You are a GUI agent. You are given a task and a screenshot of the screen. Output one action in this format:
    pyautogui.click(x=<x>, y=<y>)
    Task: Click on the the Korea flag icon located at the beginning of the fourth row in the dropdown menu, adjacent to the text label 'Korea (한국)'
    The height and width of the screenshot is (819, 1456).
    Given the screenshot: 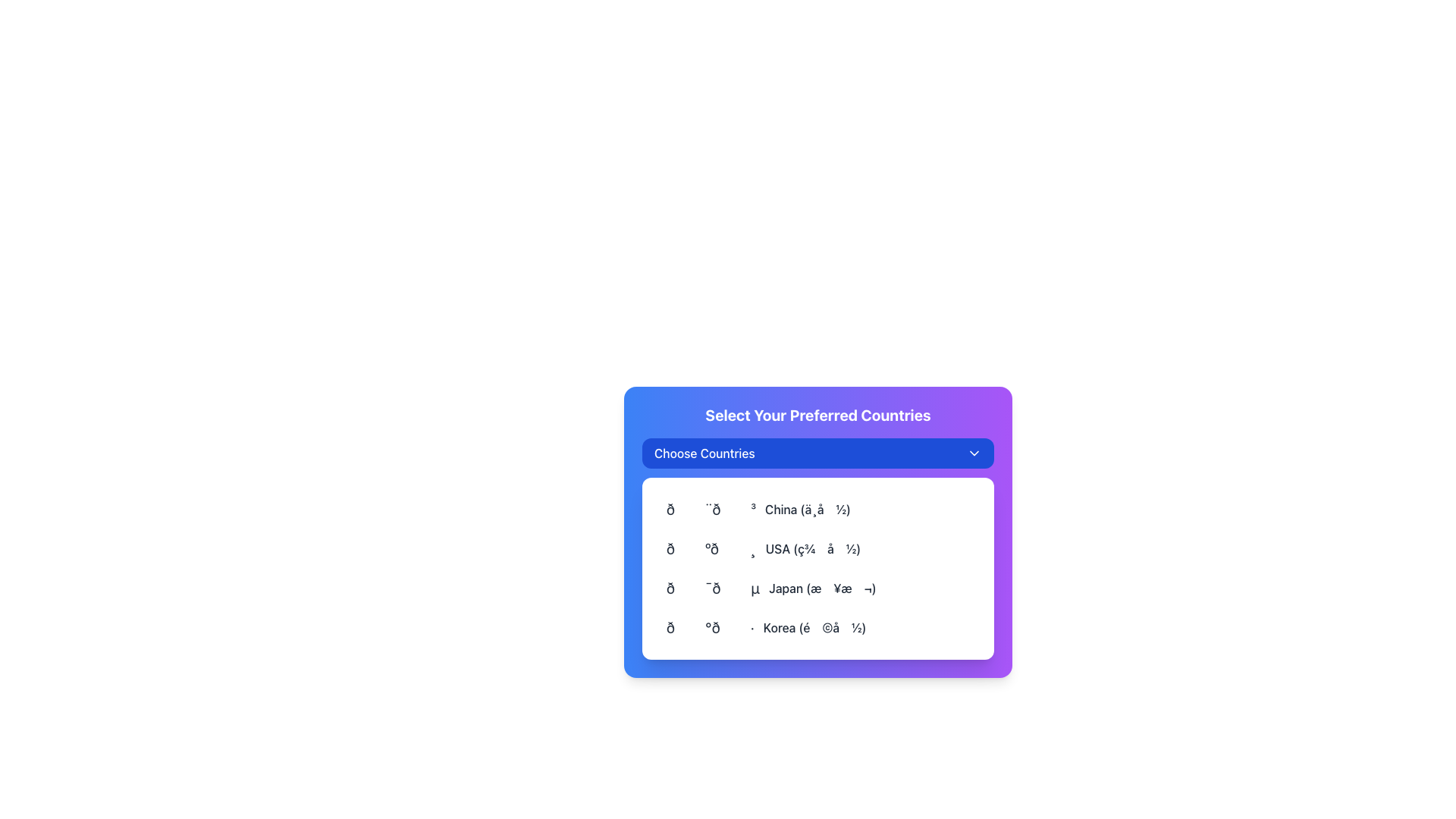 What is the action you would take?
    pyautogui.click(x=709, y=628)
    